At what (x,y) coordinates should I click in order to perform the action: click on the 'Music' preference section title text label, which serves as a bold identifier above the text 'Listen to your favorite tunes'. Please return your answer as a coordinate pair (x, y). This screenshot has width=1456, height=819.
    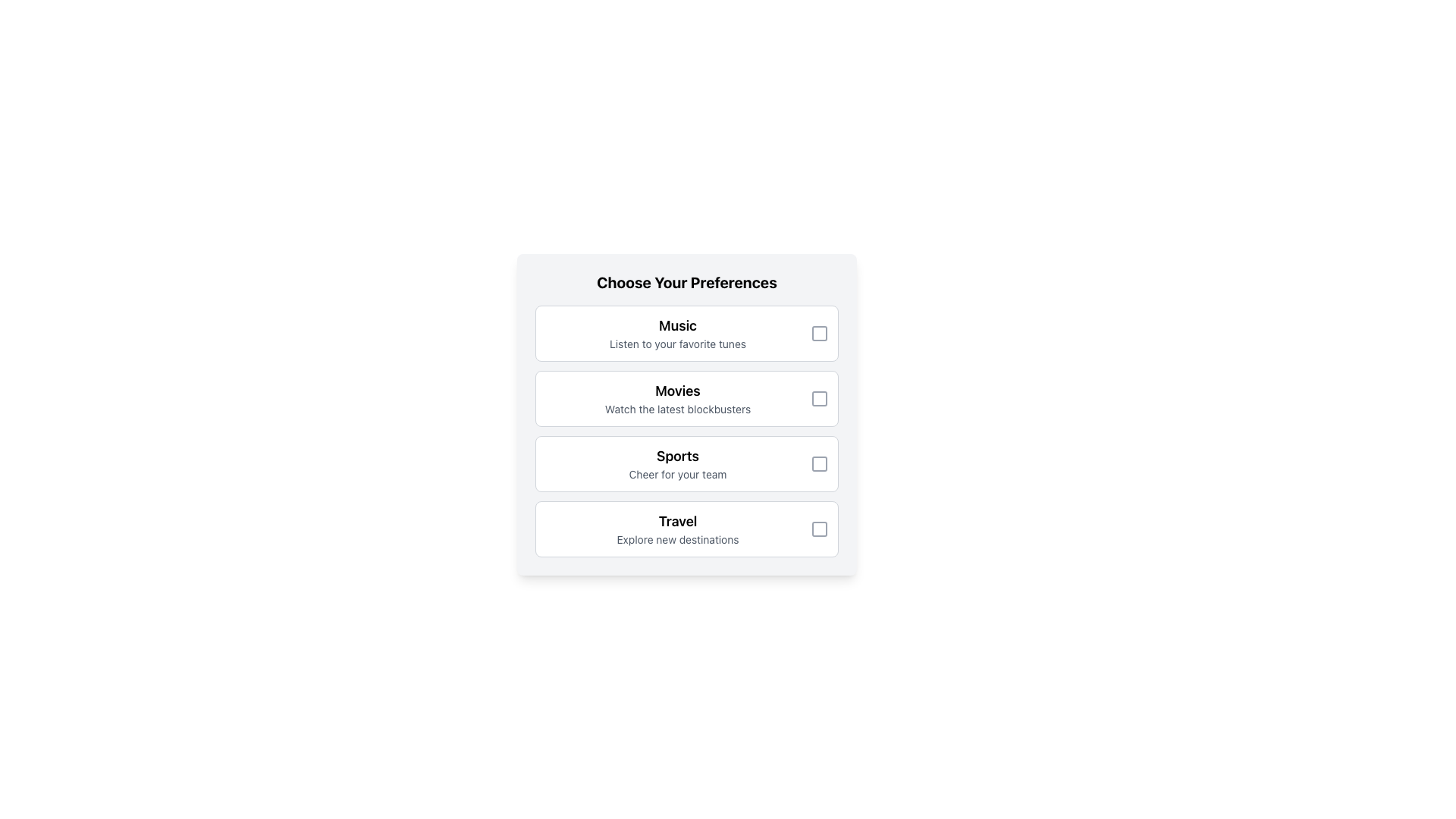
    Looking at the image, I should click on (676, 325).